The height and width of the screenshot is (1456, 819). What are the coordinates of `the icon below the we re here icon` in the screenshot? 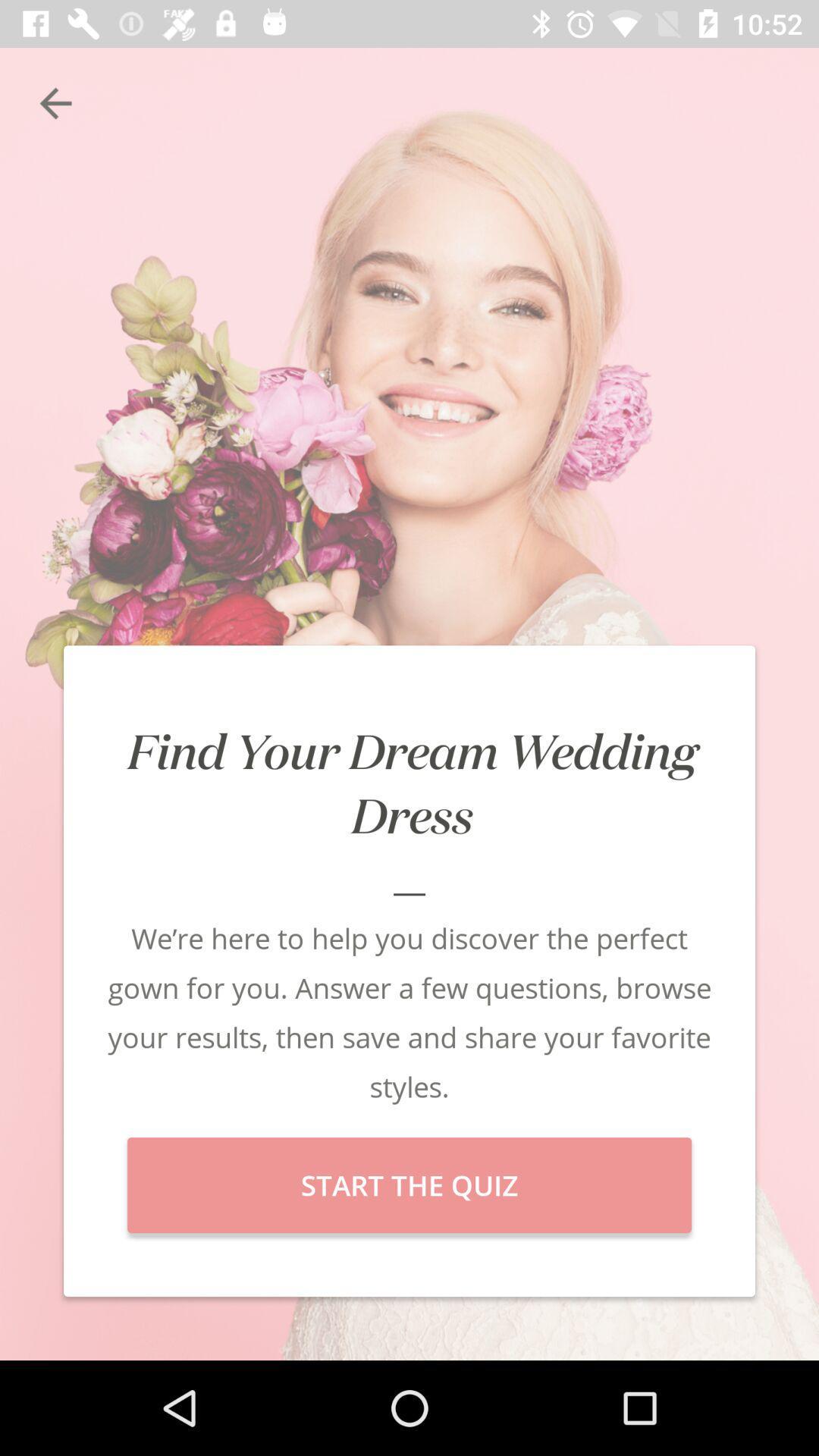 It's located at (409, 1185).